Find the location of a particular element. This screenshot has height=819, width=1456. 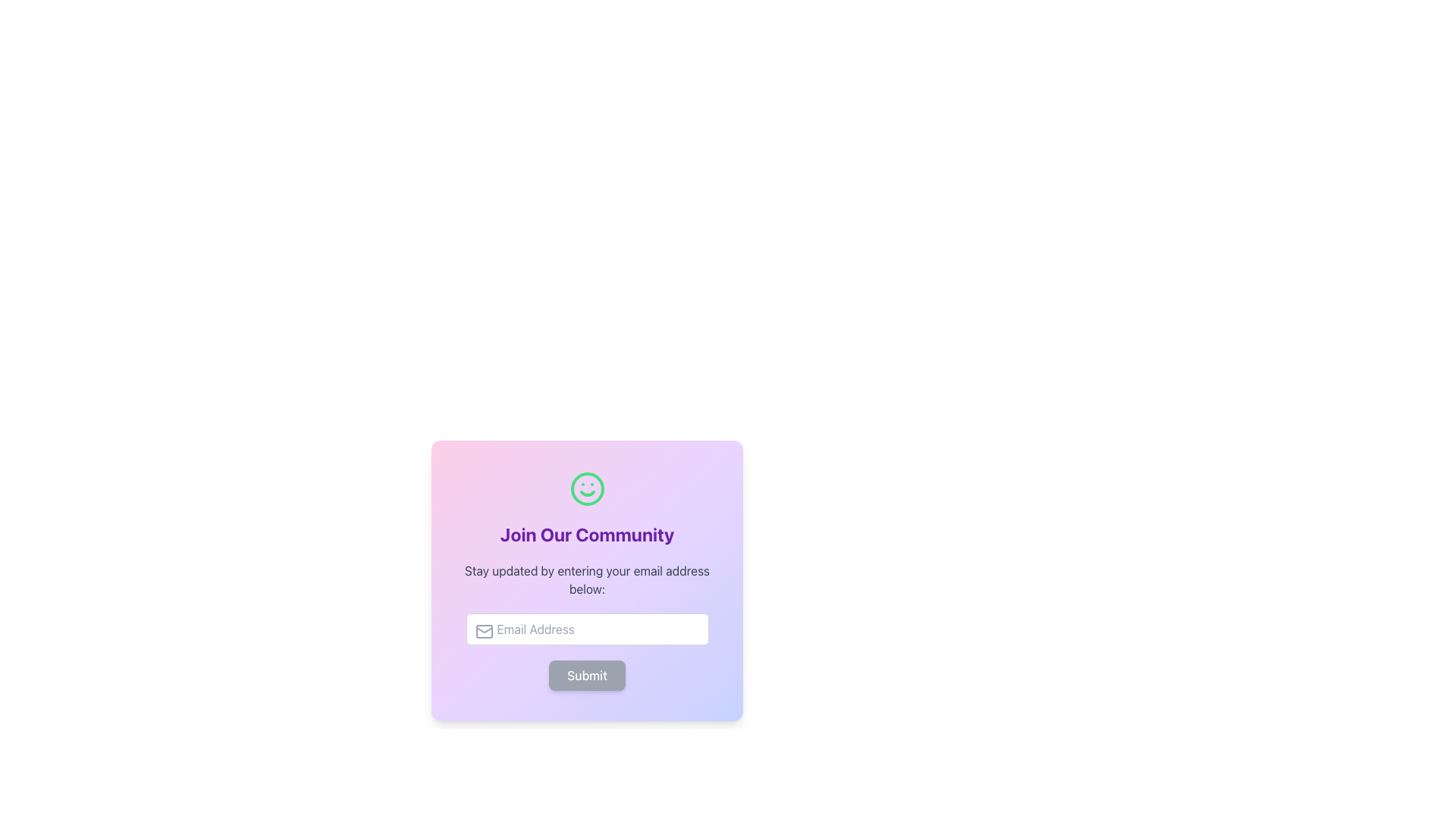

the decorative envelope icon located inside the text input field labeled 'Email Address', which is positioned to the far left of the input field is located at coordinates (483, 632).